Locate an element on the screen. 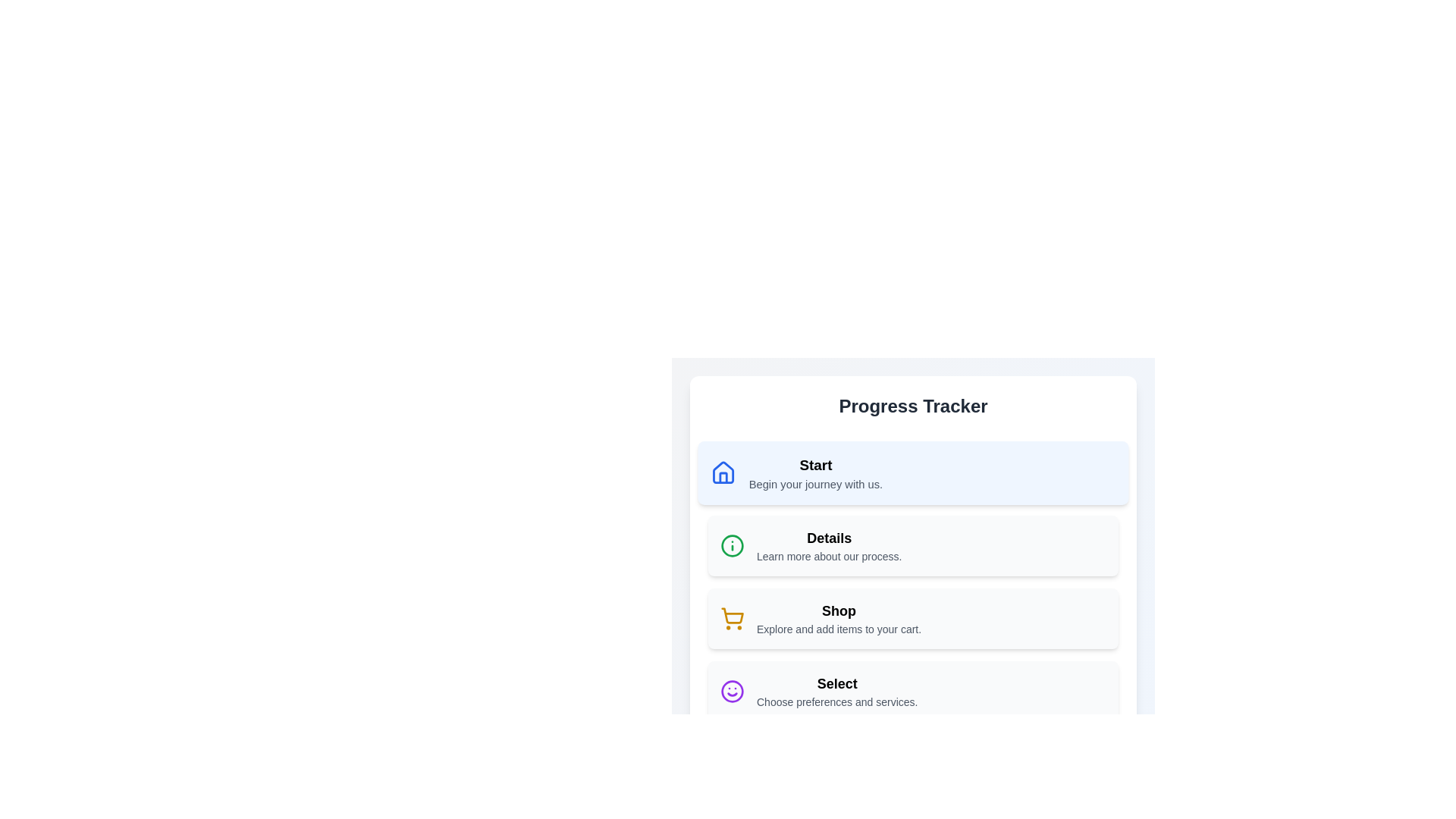 This screenshot has width=1456, height=819. the blue house icon located to the left of the text 'Start' in the 'Progress Tracker' section is located at coordinates (723, 472).